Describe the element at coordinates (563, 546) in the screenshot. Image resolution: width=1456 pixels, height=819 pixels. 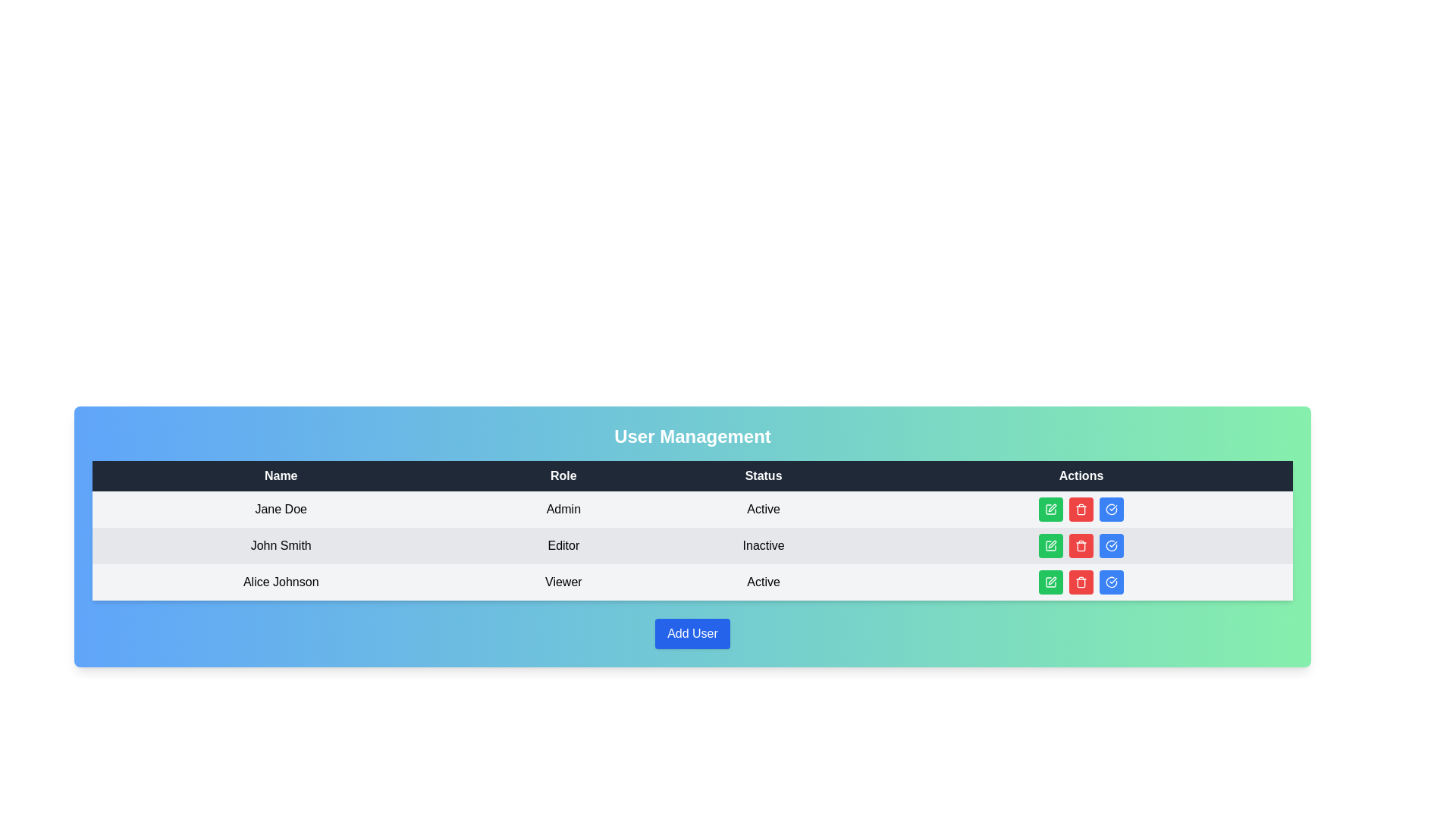
I see `the text field labeled 'Editor', which is located in the second column of the second row of the table, directly beneath 'John Smith' and to the left of 'Inactive'` at that location.